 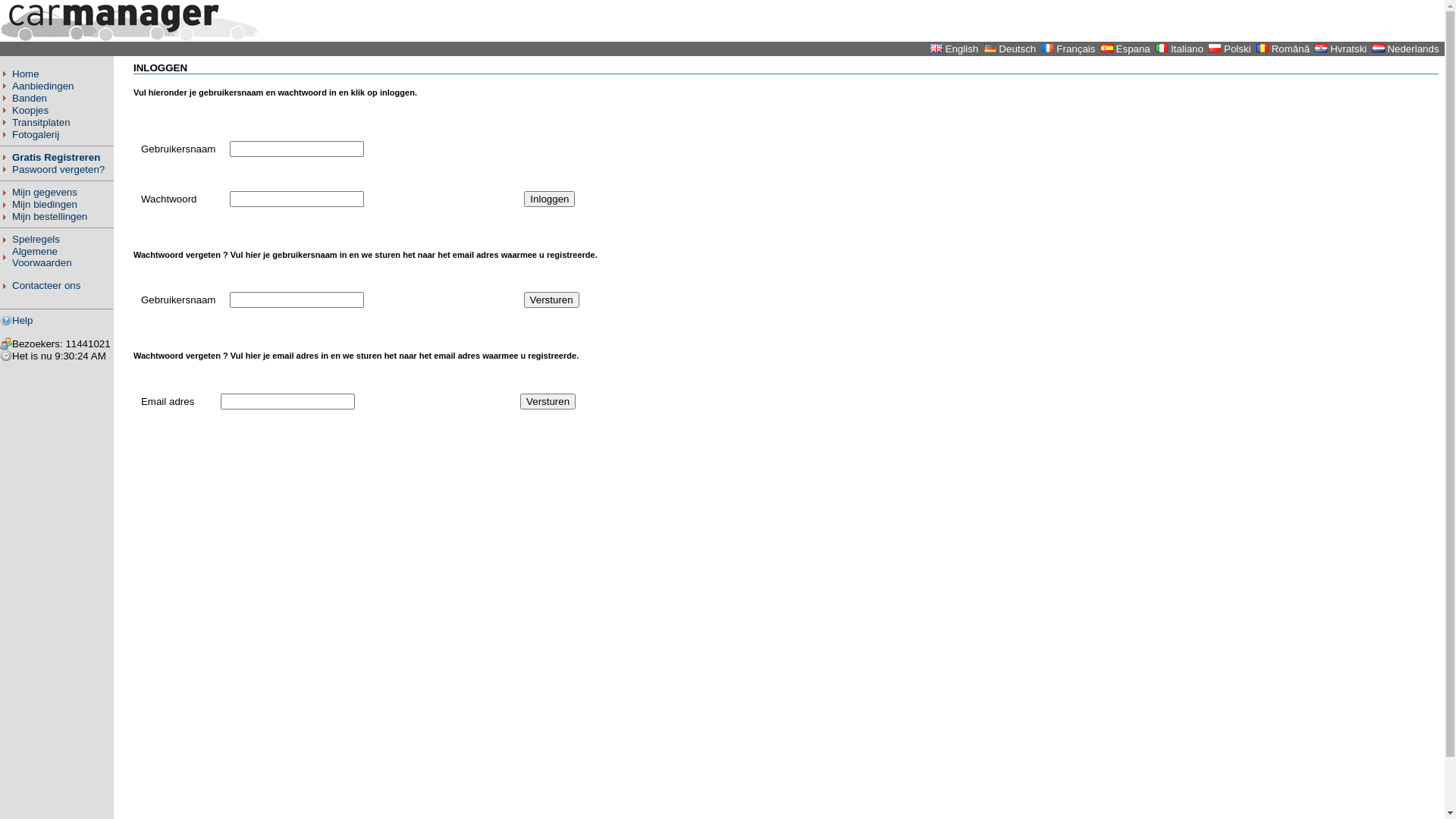 I want to click on 'Polski', so click(x=1223, y=48).